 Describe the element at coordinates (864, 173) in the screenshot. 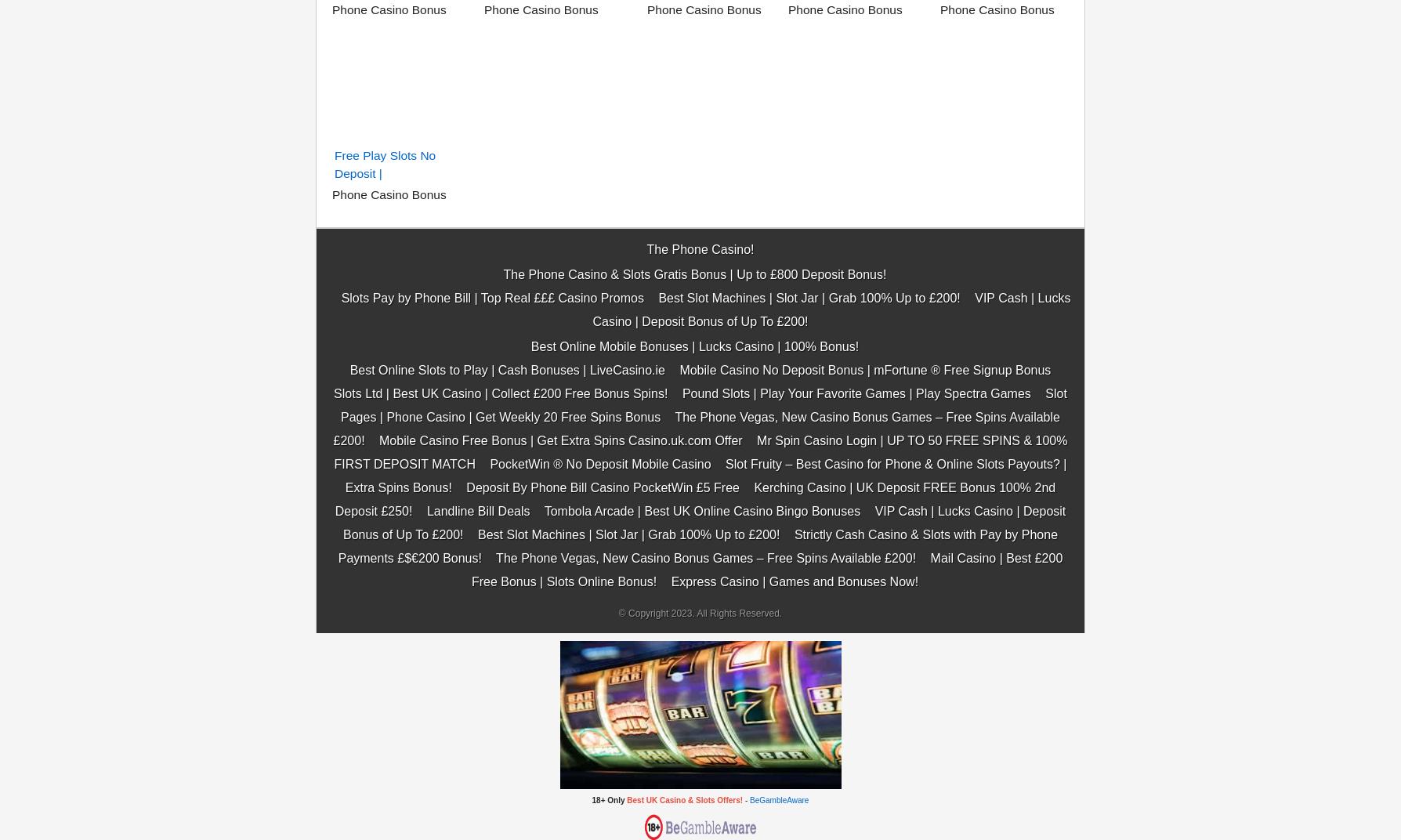

I see `'Mobile Casino No Deposit Bonus | mFortune ® Free Signup Bonus'` at that location.